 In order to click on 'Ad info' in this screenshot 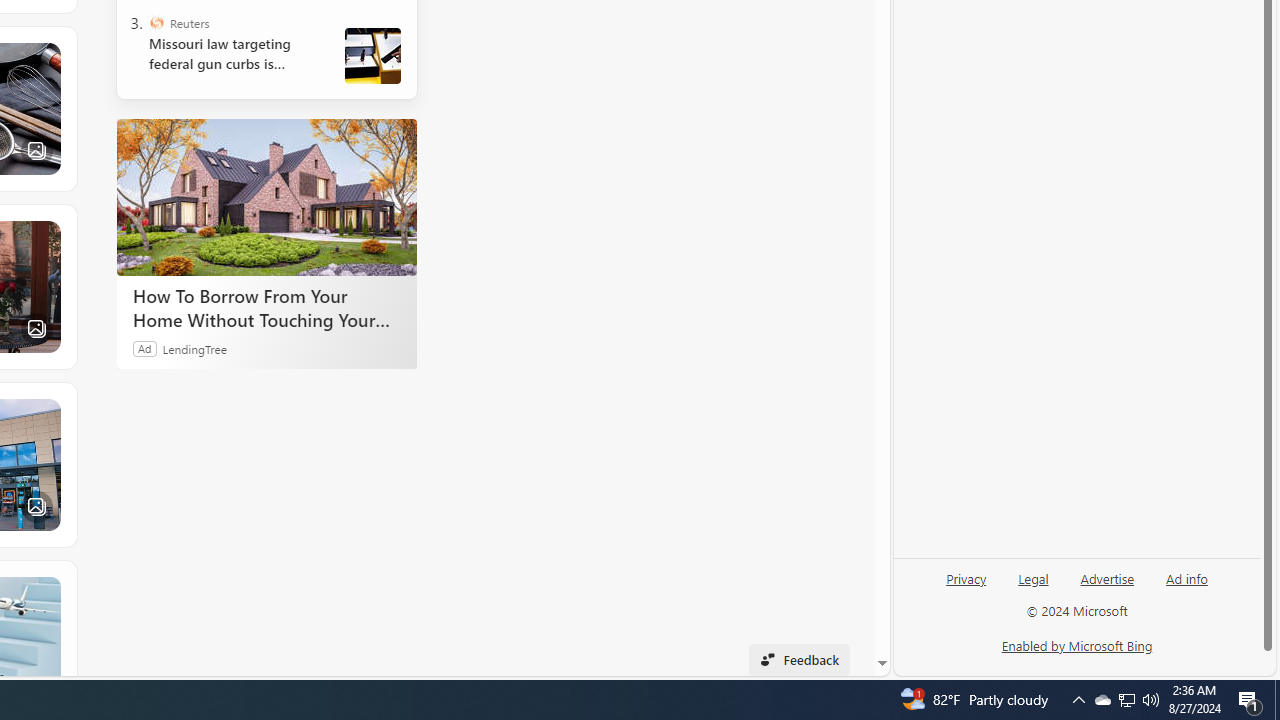, I will do `click(1186, 585)`.